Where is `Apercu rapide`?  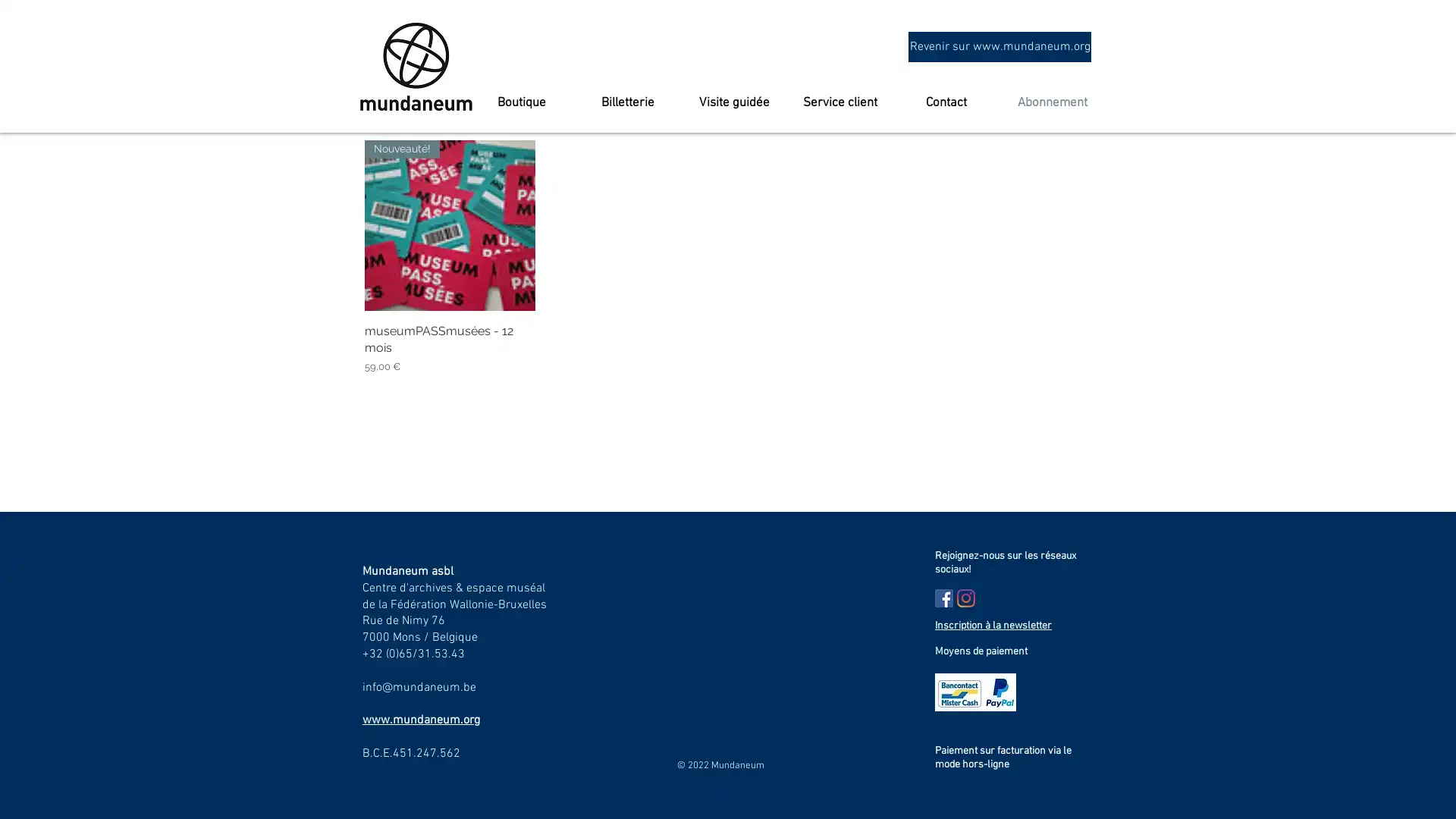
Apercu rapide is located at coordinates (449, 328).